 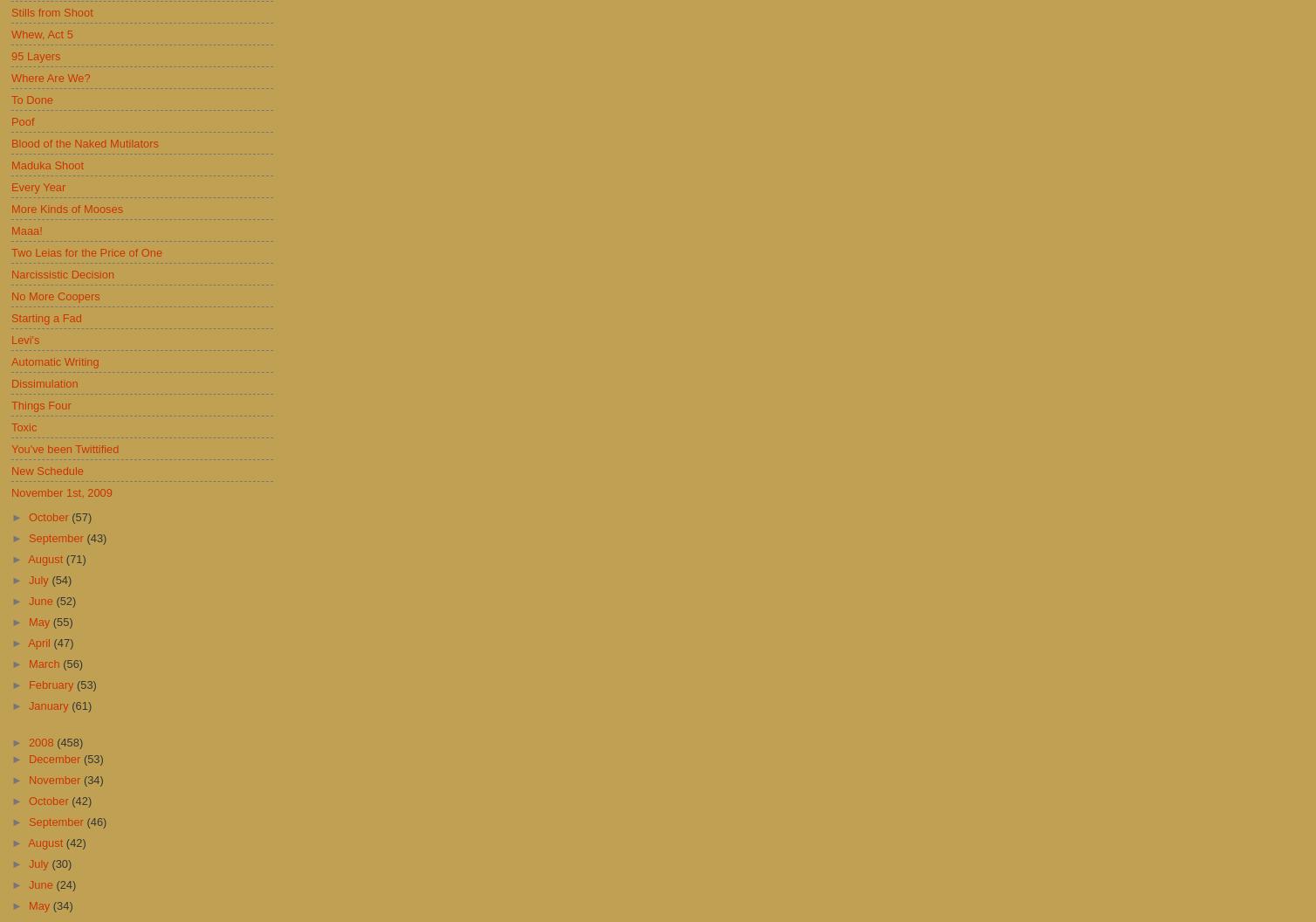 What do you see at coordinates (72, 705) in the screenshot?
I see `'(61)'` at bounding box center [72, 705].